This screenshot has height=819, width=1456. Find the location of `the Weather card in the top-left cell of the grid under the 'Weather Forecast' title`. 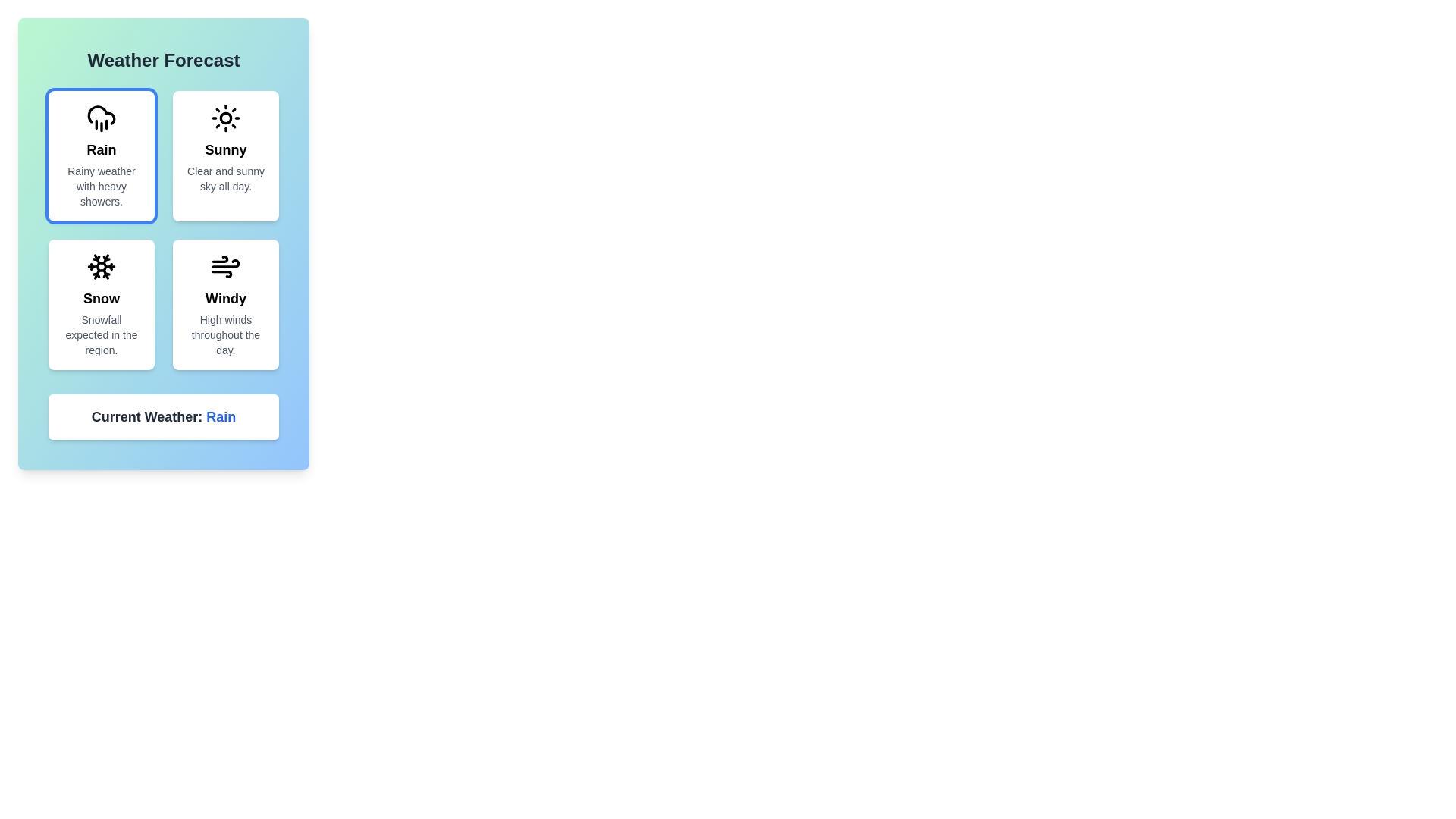

the Weather card in the top-left cell of the grid under the 'Weather Forecast' title is located at coordinates (101, 155).